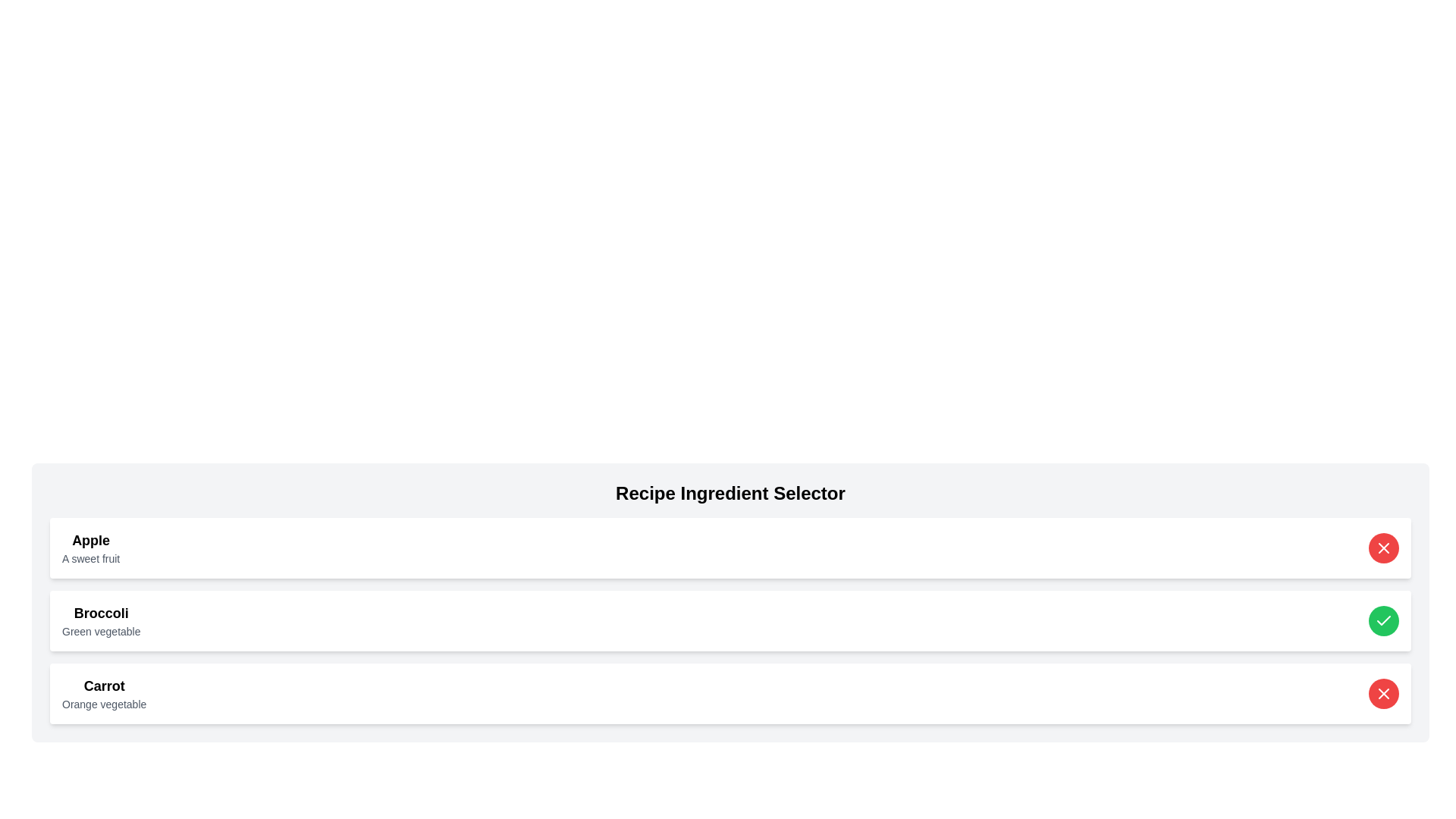 The image size is (1456, 819). What do you see at coordinates (100, 620) in the screenshot?
I see `text displayed in the Text display element that shows 'Broccoli' and 'Green vegetable', positioned below 'Apple' and above 'Carrot'` at bounding box center [100, 620].